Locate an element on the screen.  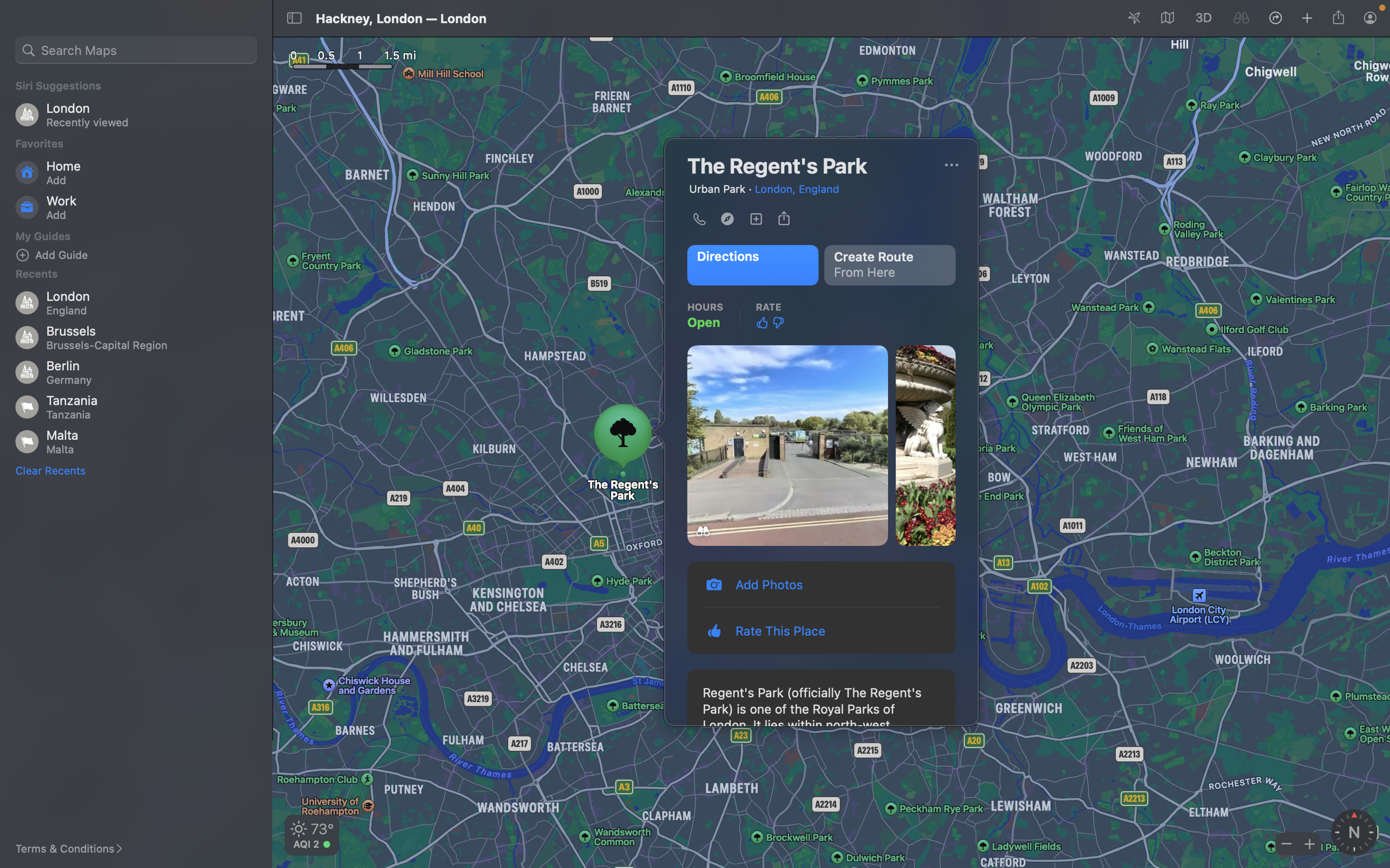
a call by selecting from the top right options is located at coordinates (951, 165).